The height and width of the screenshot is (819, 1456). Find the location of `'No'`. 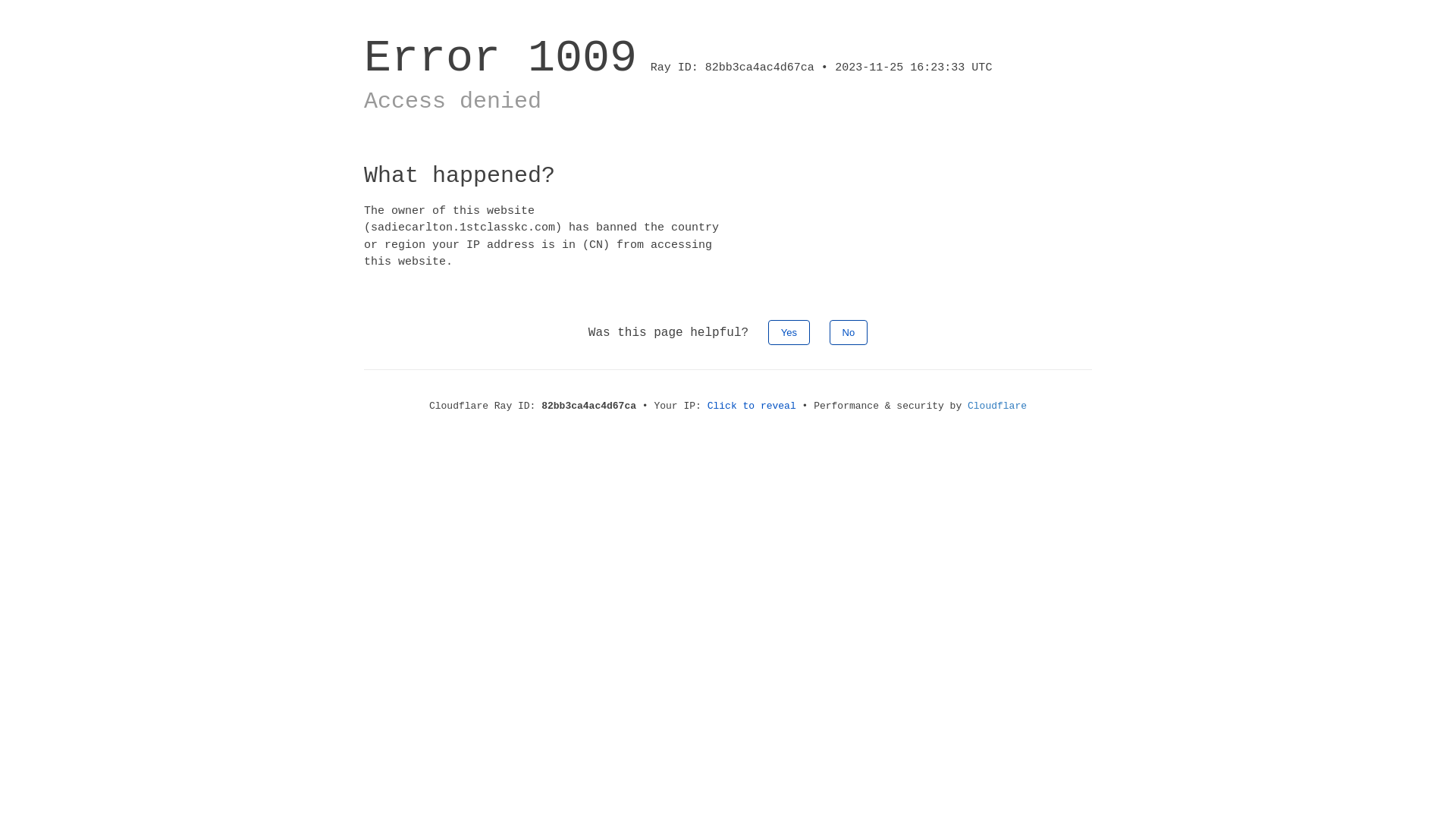

'No' is located at coordinates (848, 331).